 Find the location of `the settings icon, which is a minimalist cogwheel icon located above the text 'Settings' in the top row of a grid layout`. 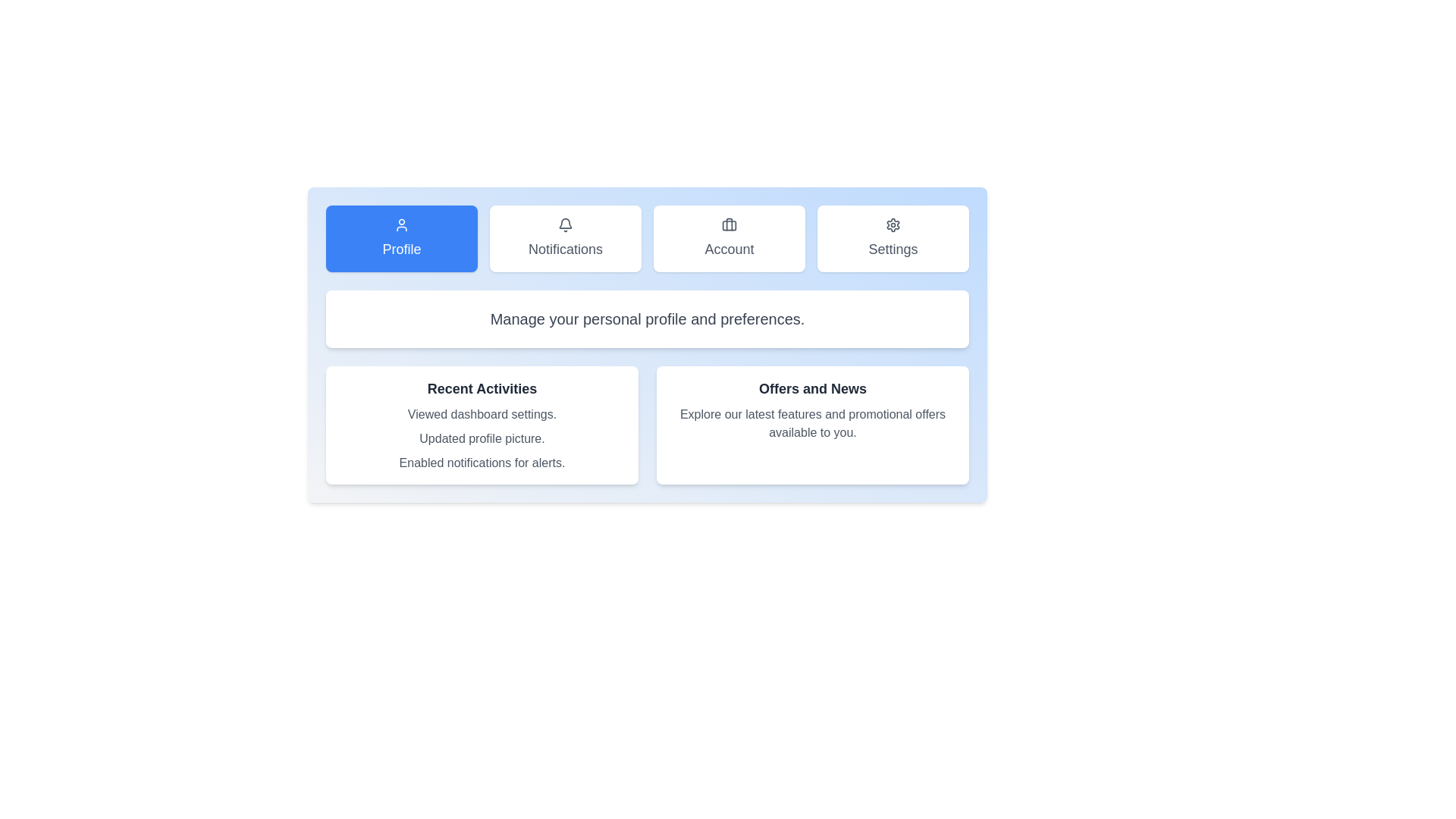

the settings icon, which is a minimalist cogwheel icon located above the text 'Settings' in the top row of a grid layout is located at coordinates (893, 225).